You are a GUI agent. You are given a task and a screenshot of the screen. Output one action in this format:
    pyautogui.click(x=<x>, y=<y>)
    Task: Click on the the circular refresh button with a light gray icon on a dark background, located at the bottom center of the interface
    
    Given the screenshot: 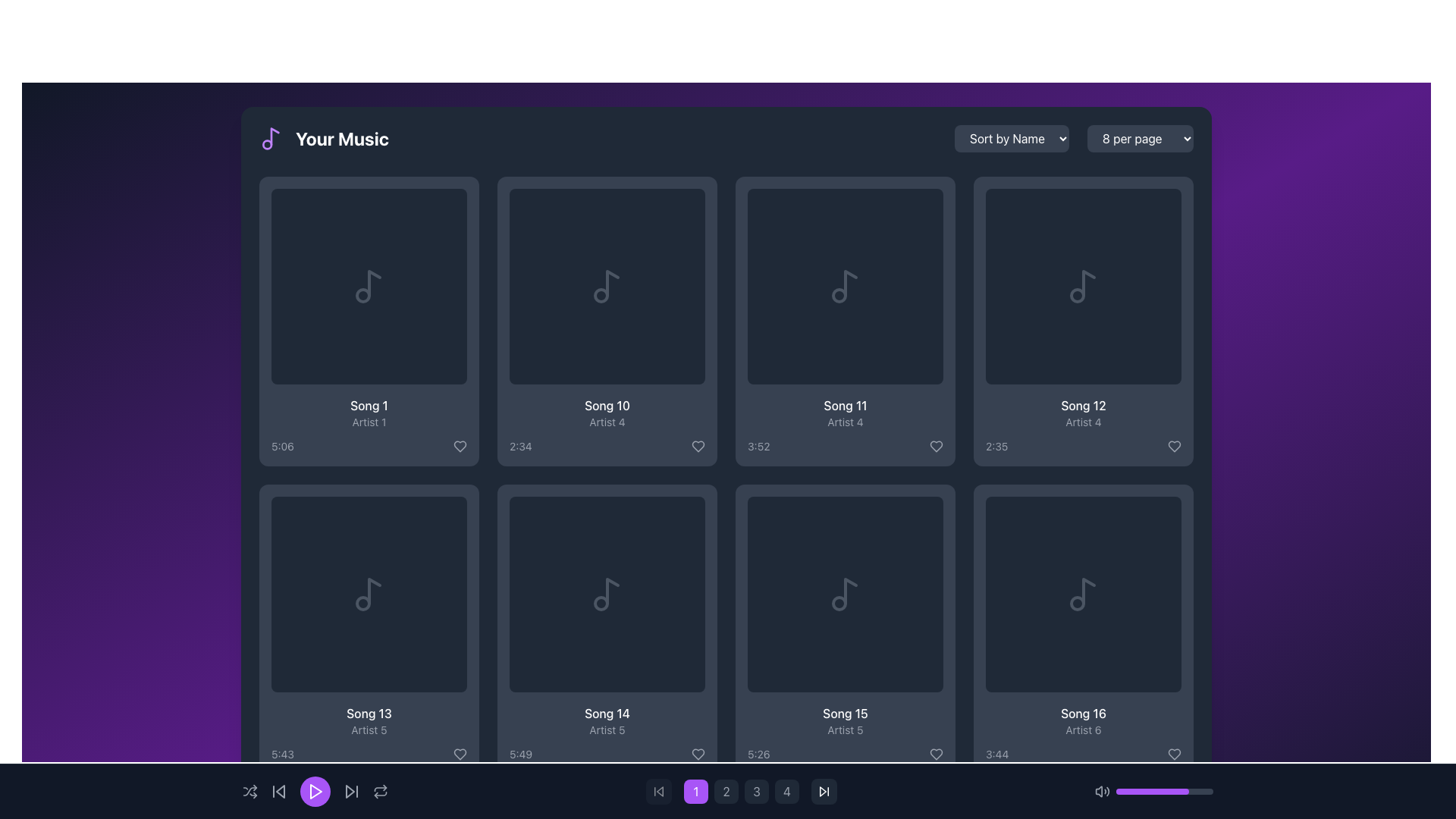 What is the action you would take?
    pyautogui.click(x=381, y=791)
    